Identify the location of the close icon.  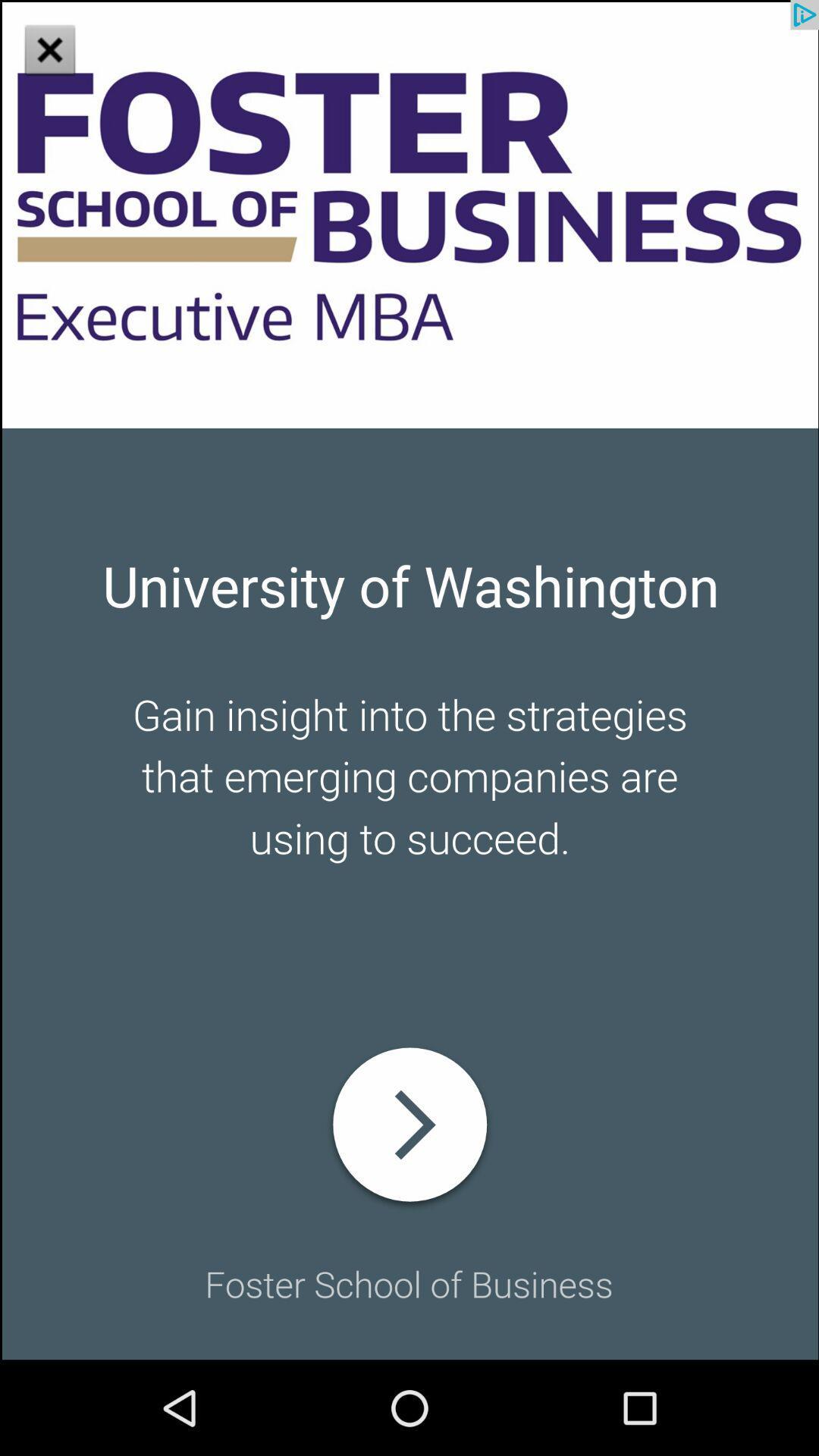
(49, 53).